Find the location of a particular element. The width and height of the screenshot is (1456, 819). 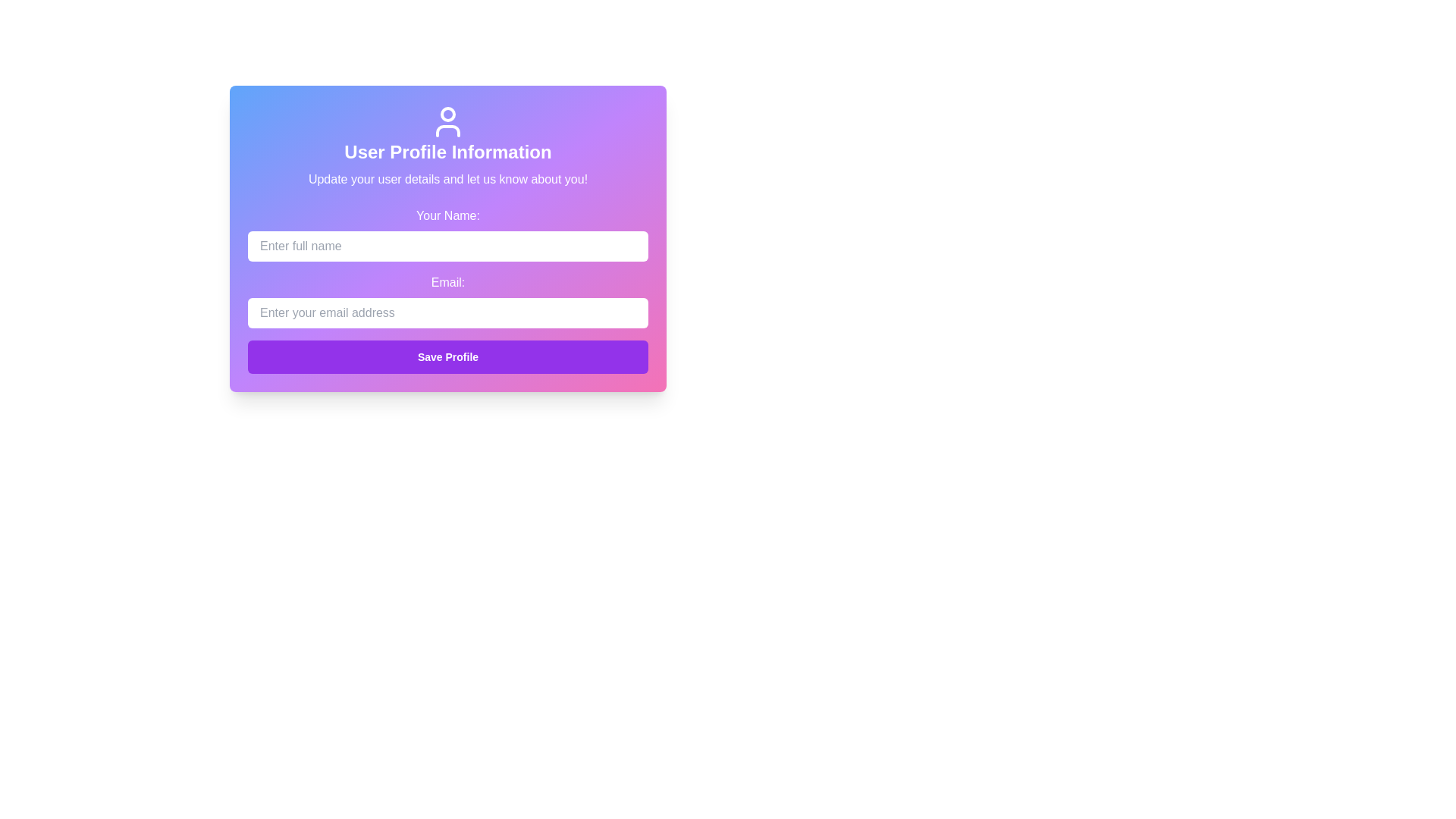

the text input field labeled 'Your Name:' to focus on it is located at coordinates (447, 234).